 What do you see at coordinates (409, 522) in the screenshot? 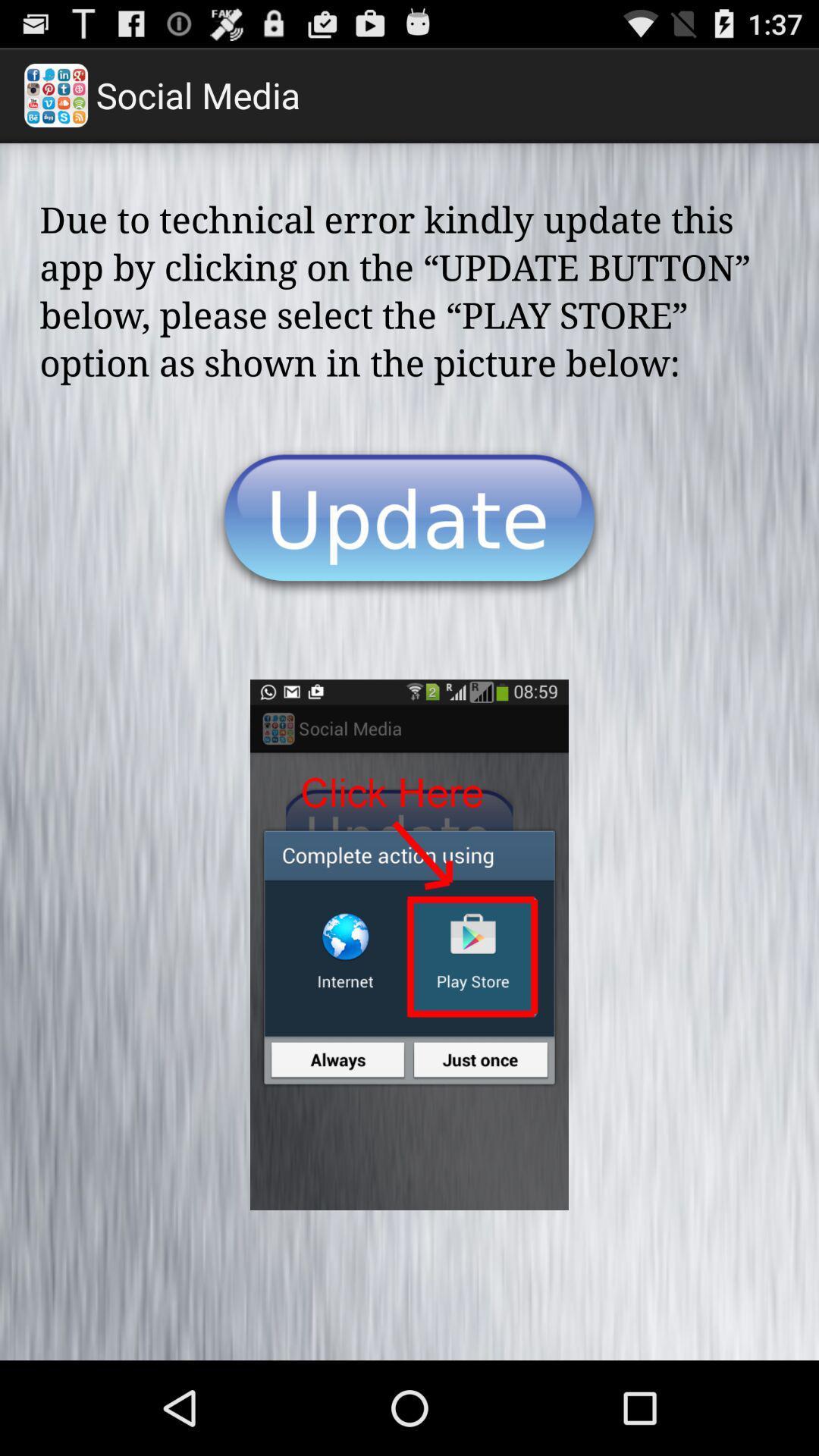
I see `profile` at bounding box center [409, 522].